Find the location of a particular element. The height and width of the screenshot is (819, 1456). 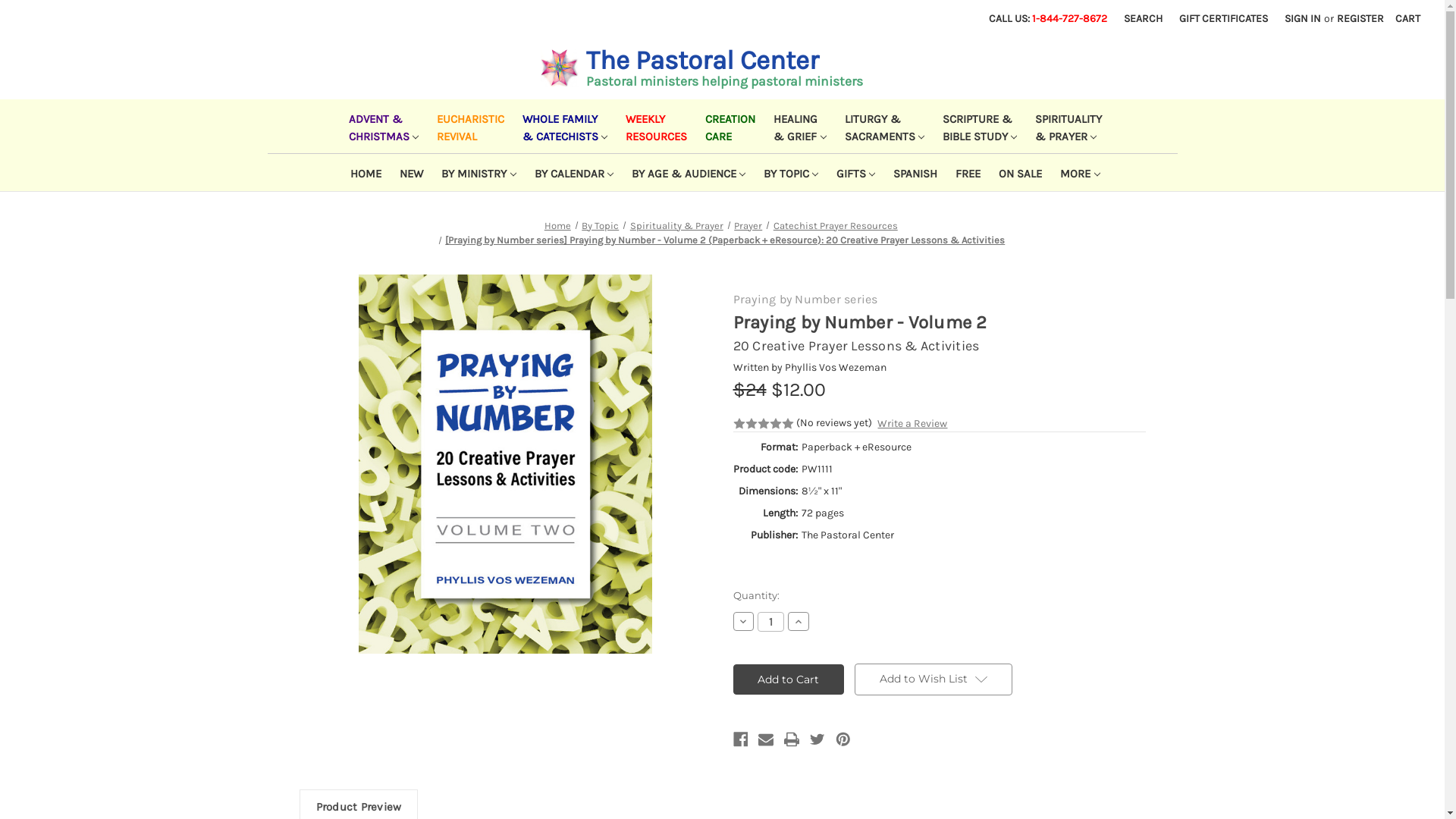

'ADVENT & is located at coordinates (381, 125).